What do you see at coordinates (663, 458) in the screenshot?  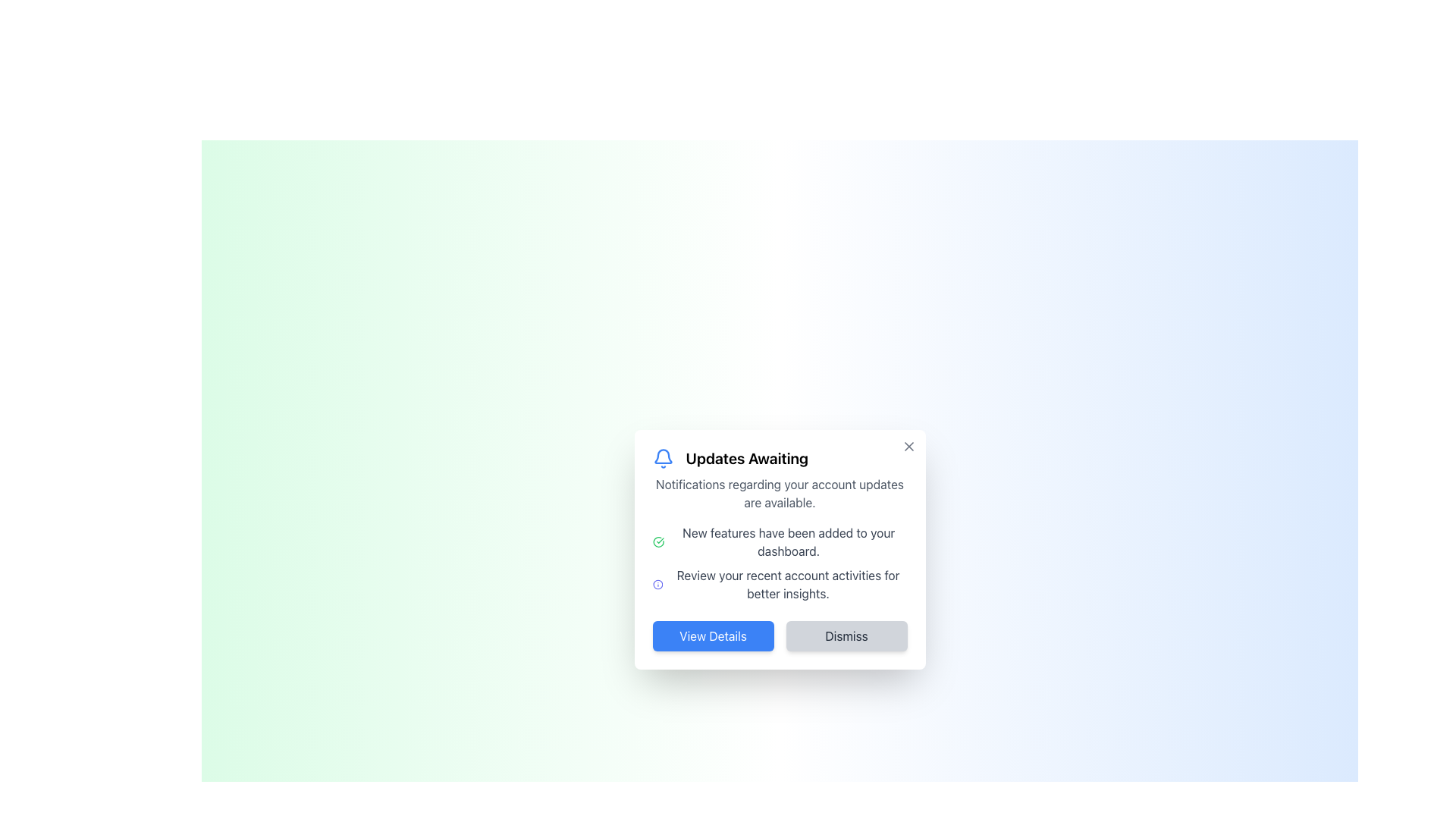 I see `the notification icon resembling a bell with a blue outline, located inside the 'Updates Awaiting' box, positioned to the left of the title text` at bounding box center [663, 458].